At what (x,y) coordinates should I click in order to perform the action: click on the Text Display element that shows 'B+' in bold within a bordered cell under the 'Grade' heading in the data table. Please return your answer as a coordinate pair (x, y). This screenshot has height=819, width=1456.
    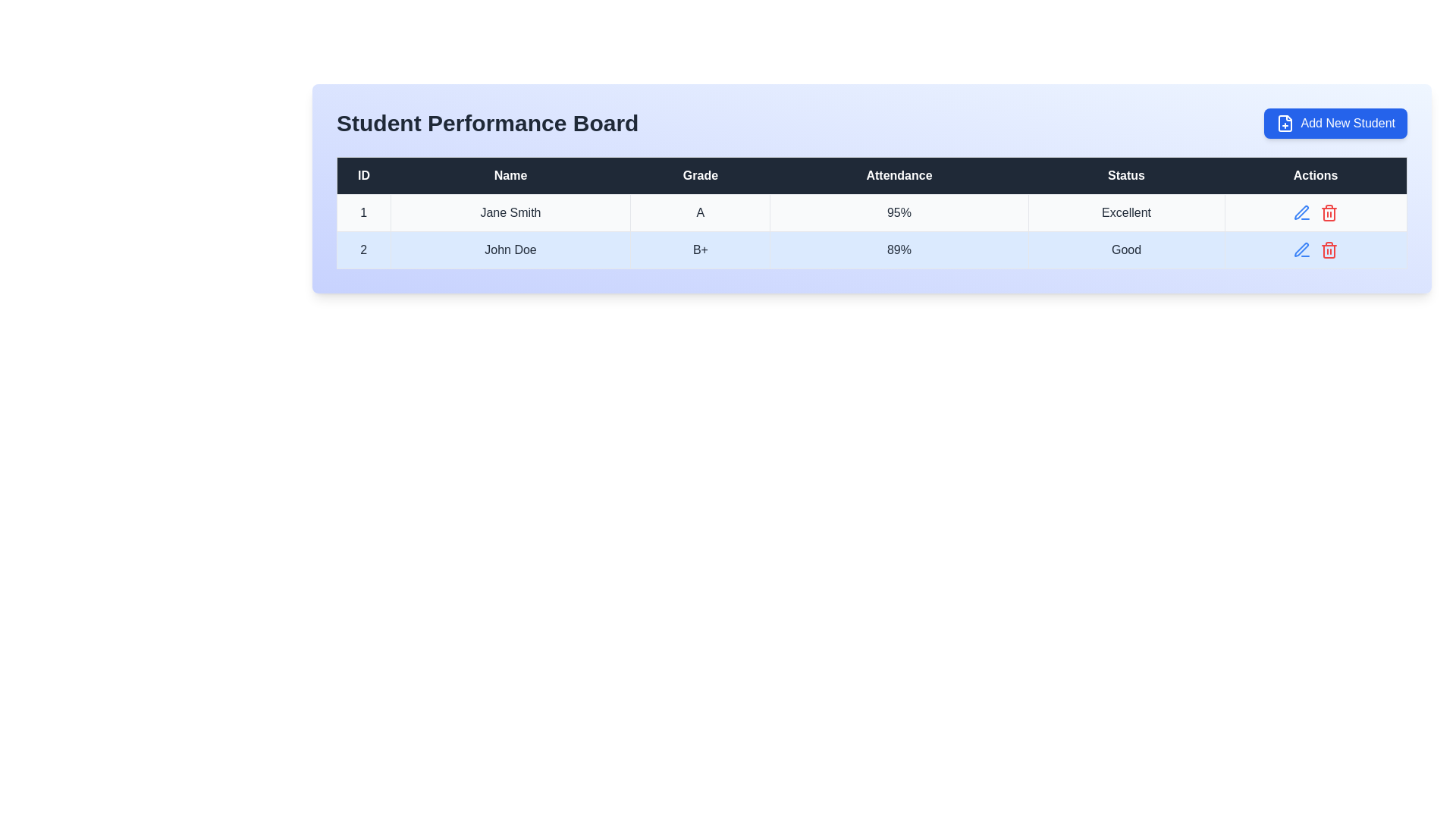
    Looking at the image, I should click on (699, 249).